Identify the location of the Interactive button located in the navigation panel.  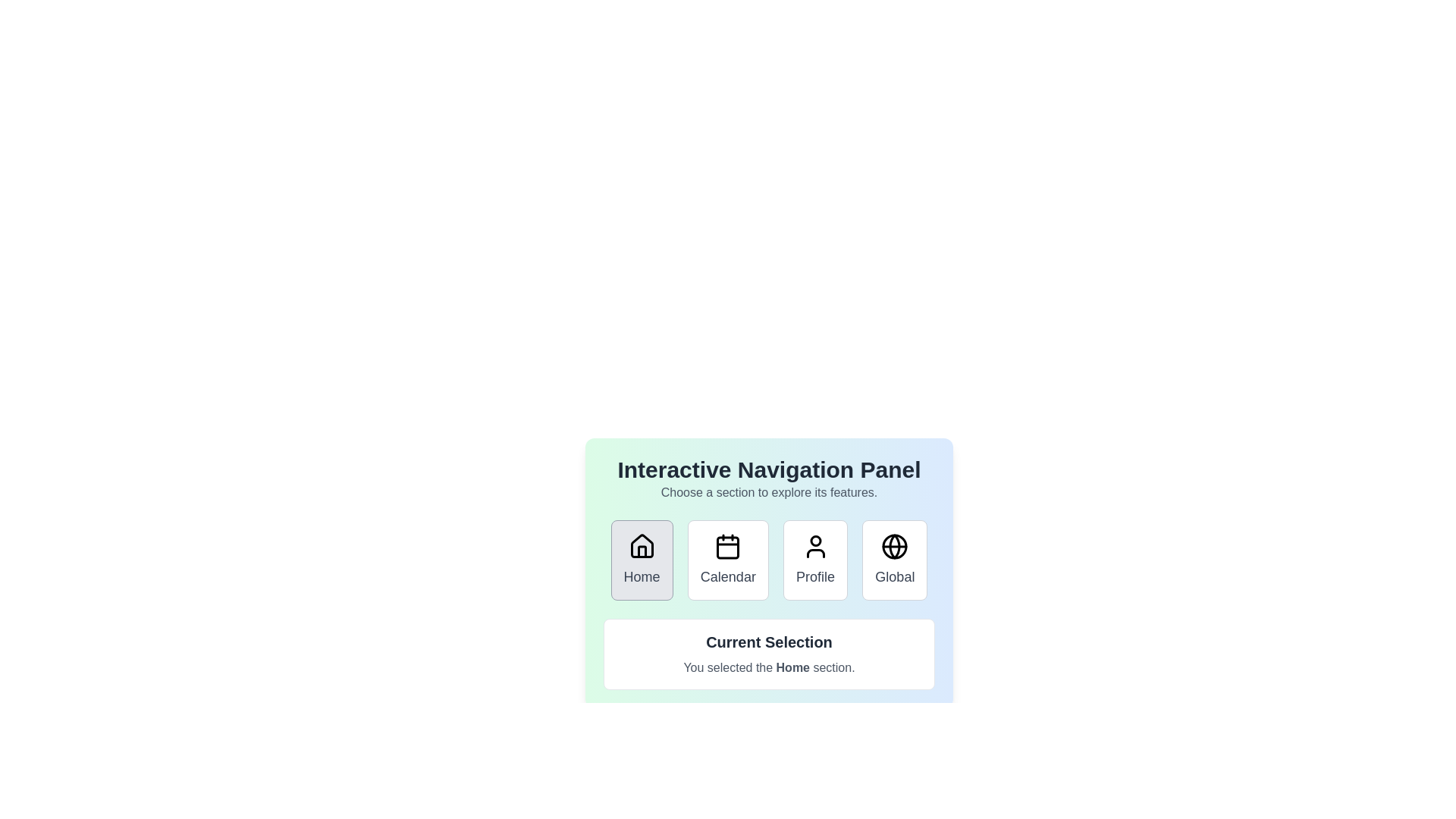
(769, 549).